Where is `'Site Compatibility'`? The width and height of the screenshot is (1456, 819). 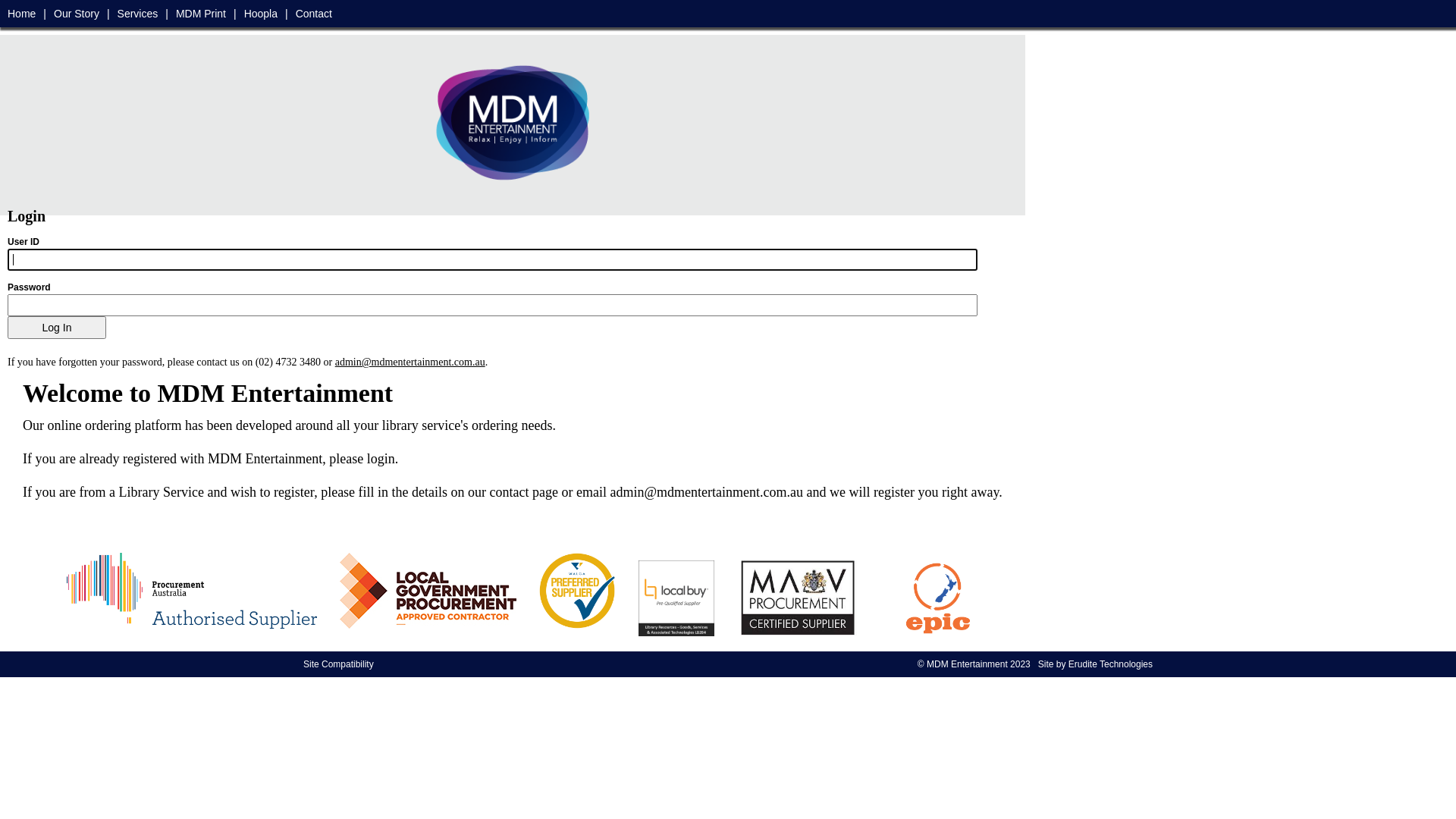
'Site Compatibility' is located at coordinates (337, 663).